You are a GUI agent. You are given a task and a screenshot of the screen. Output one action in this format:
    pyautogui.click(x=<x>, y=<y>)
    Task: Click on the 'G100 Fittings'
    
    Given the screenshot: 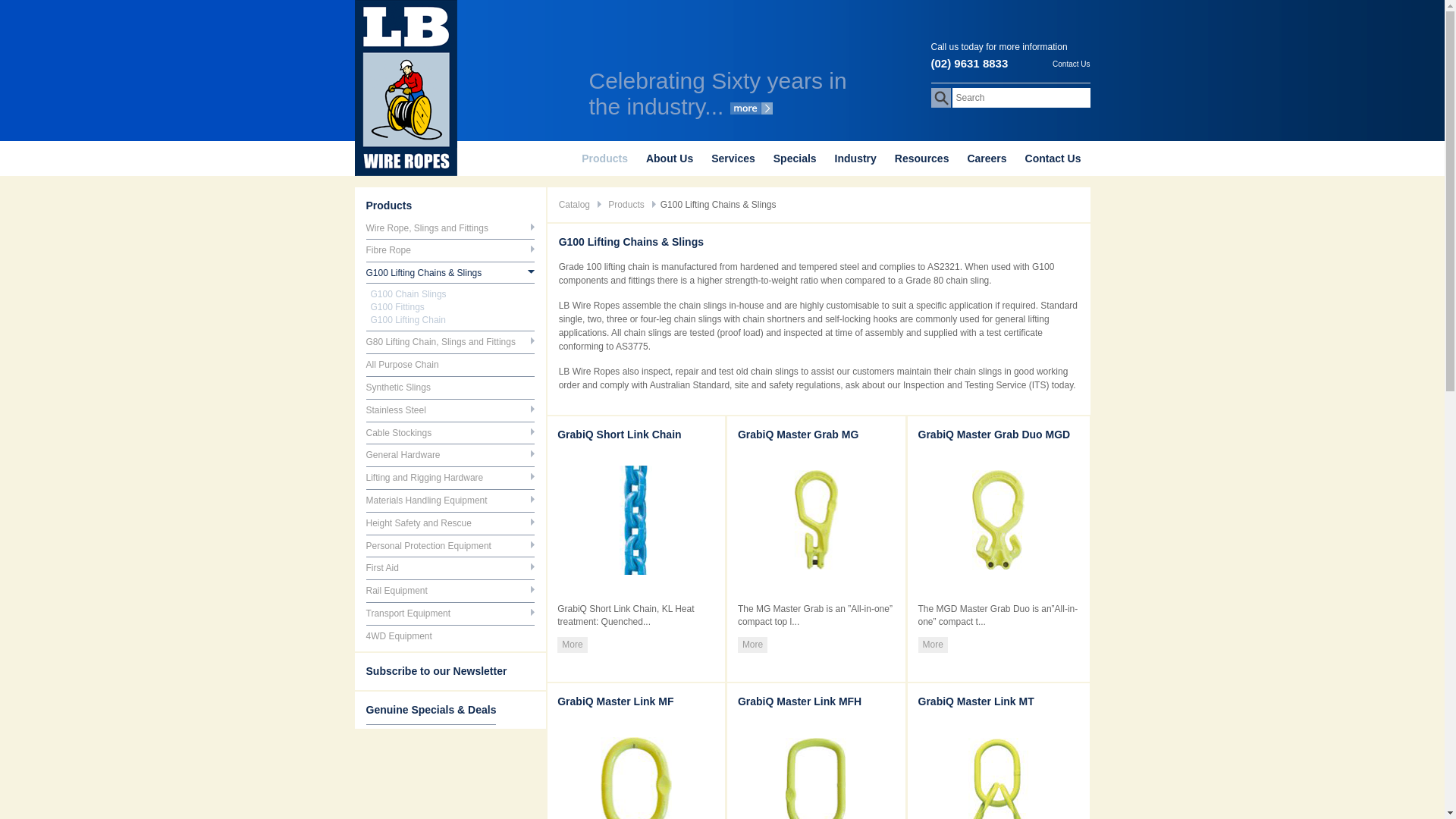 What is the action you would take?
    pyautogui.click(x=397, y=307)
    